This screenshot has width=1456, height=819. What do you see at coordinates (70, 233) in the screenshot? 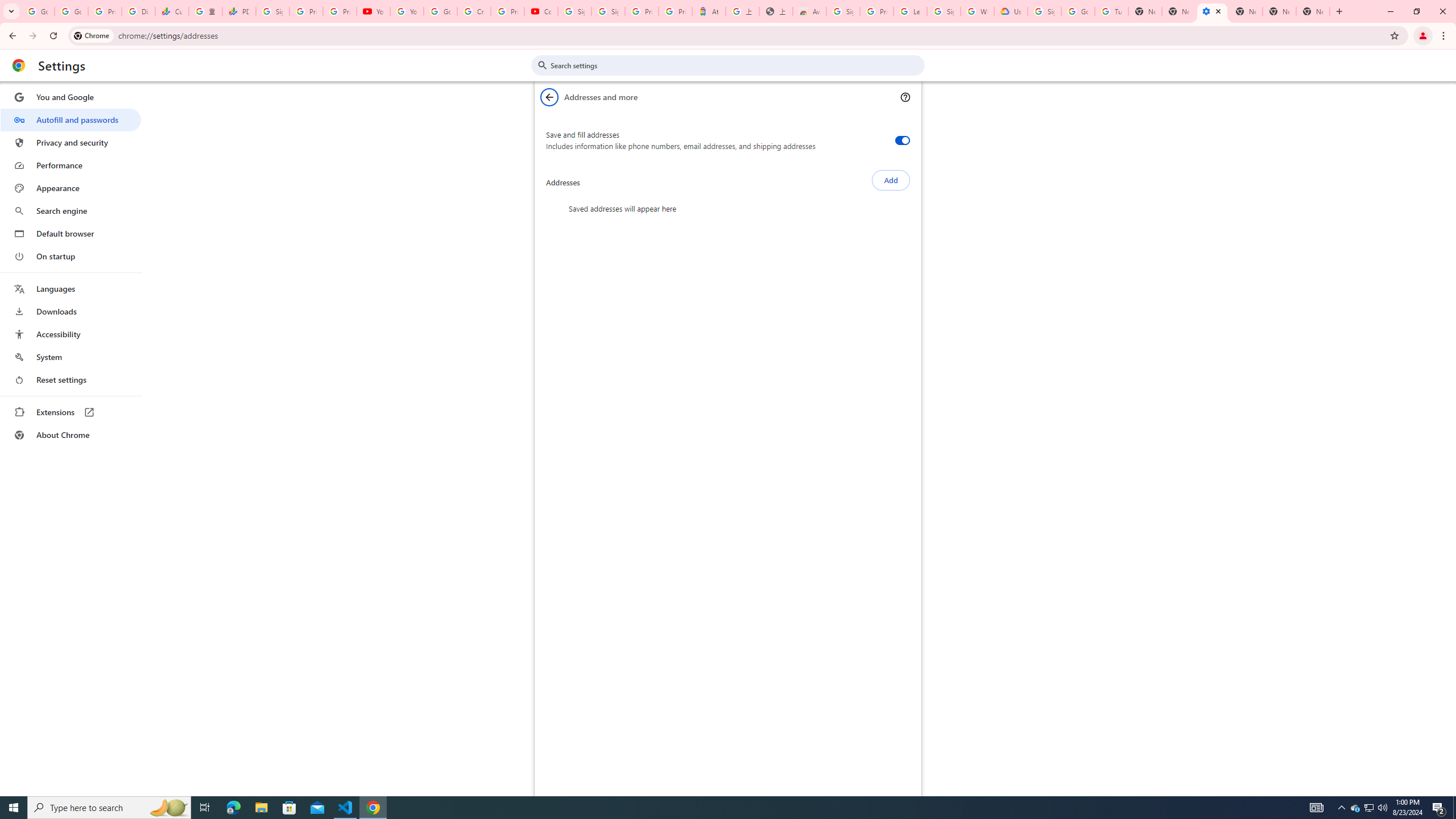
I see `'Default browser'` at bounding box center [70, 233].